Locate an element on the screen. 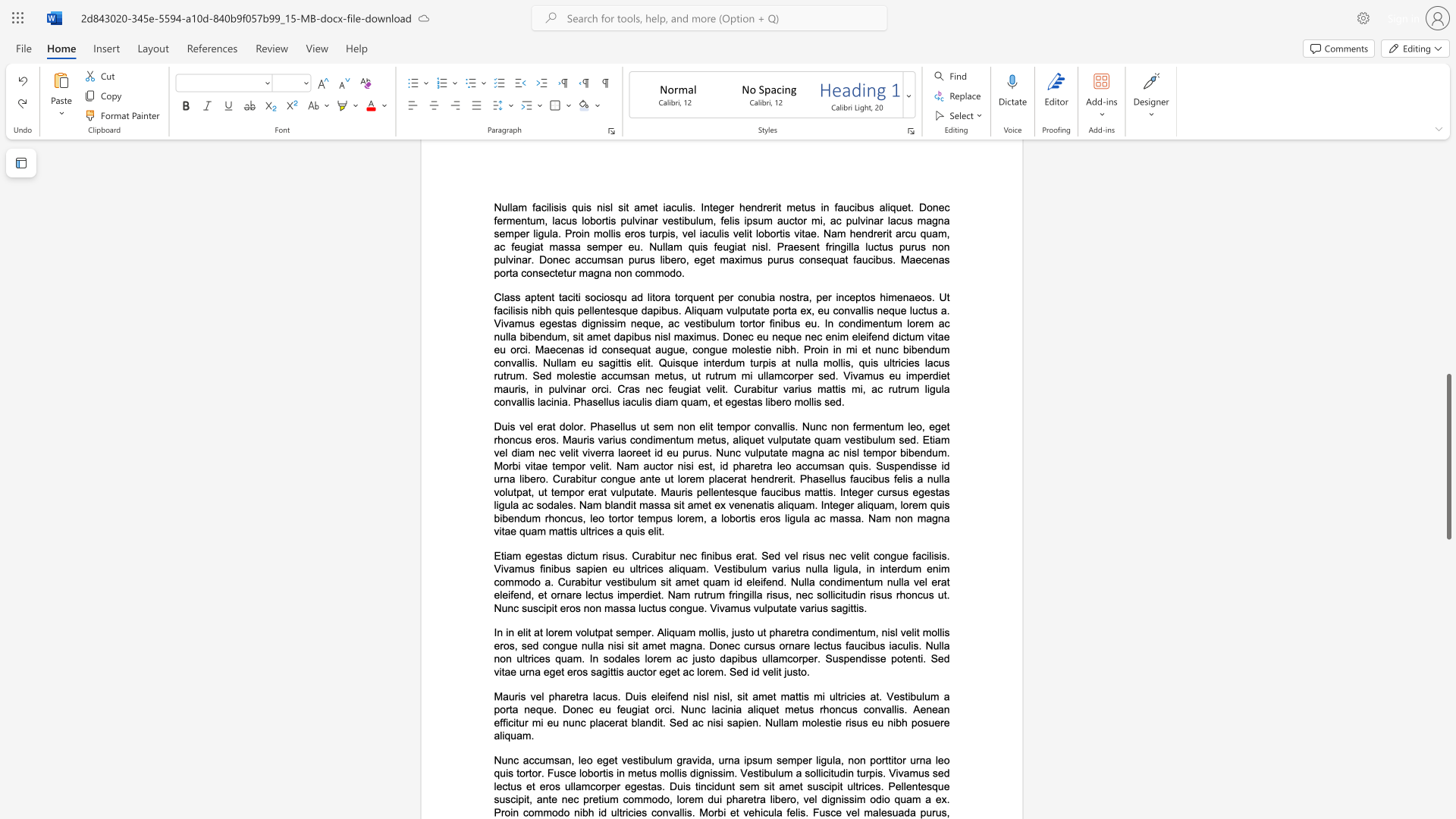 The width and height of the screenshot is (1456, 819). the subset text "i est, id pharetra leo accumsan quis. Suspendisse id urna libero. Curabitur congue ante ut lorem placerat hendrerit. Phasellus faucibus felis a nulla volutpat, ut tempor erat vulputate. Mauris pellentesque faucibus mattis. Integer cursus egestas ligula ac sodales. Nam blandit massa sit amet ex venenatis aliquam. Integer aliquam, lorem quis bibendum rhoncus, leo tortor tempus lorem, a lobortis e" within the text "Duis vel erat dolor. Phasellus ut sem non elit tempor convallis. Nunc non fermentum leo, eget rhoncus eros. Mauris varius condimentum metus, aliquet vulputate quam vestibulum sed. Etiam vel diam nec velit viverra laoreet id eu purus. Nunc vulputate magna ac nisl tempor bibendum. Morbi vitae tempor velit. Nam auctor nisi est, id pharetra leo accumsan quis. Suspendisse id urna libero. Curabitur congue ante ut lorem placerat hendrerit. Phasellus faucibus felis a nulla volutpat, ut tempor erat vulputate. Mauris pellentesque faucibus mattis. Integer cursus egestas ligula ac sodales. Nam blandit massa sit amet ex venenatis aliquam. Integer aliquam, lorem quis bibendum rhoncus, leo tortor tempus lorem, a lobortis eros ligula ac massa. Nam non magna vitae quam mattis ultrices a quis elit." is located at coordinates (690, 465).